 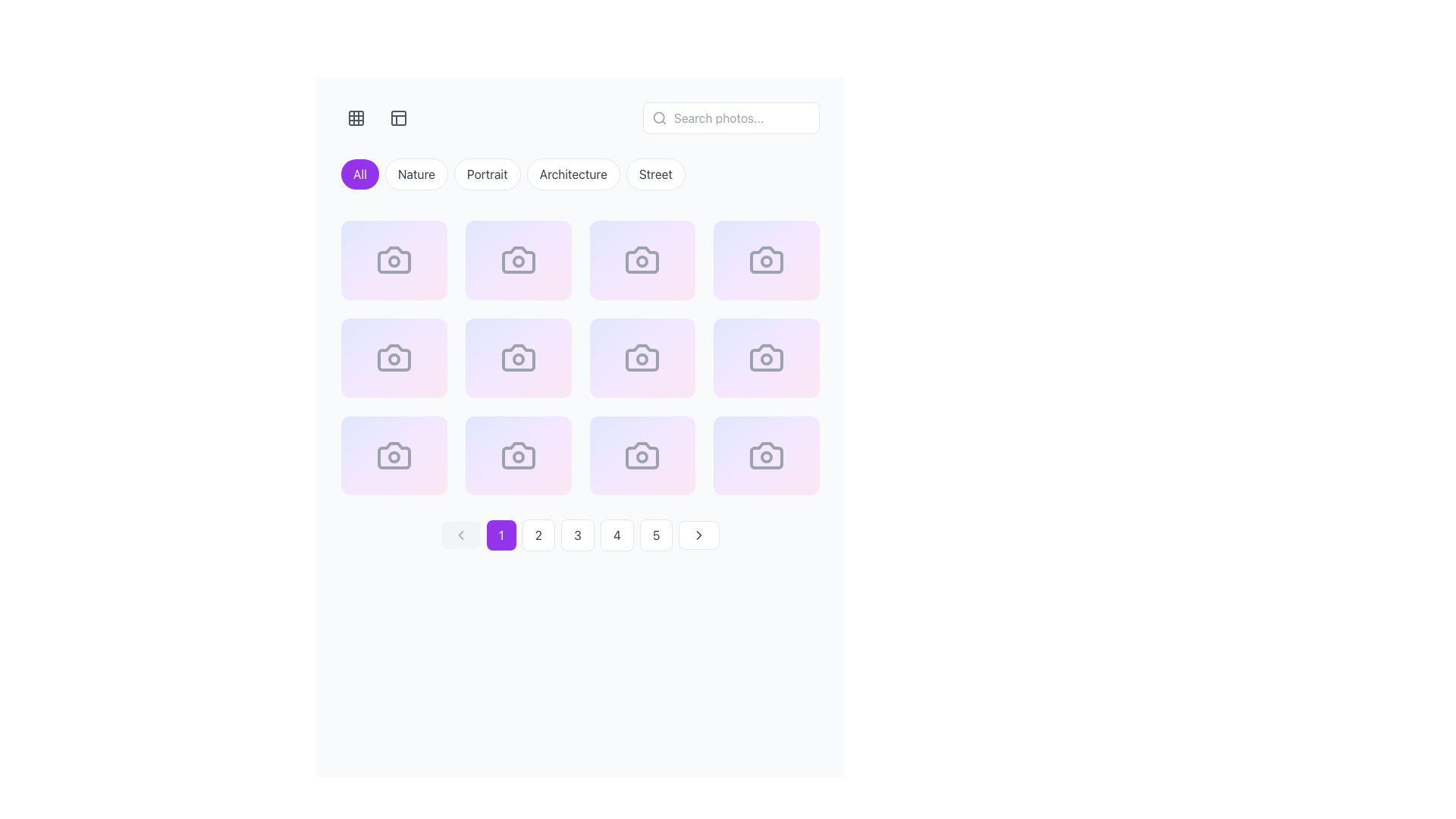 I want to click on the circular button located at the bottom of the 'Photograph #11' card, so click(x=642, y=469).